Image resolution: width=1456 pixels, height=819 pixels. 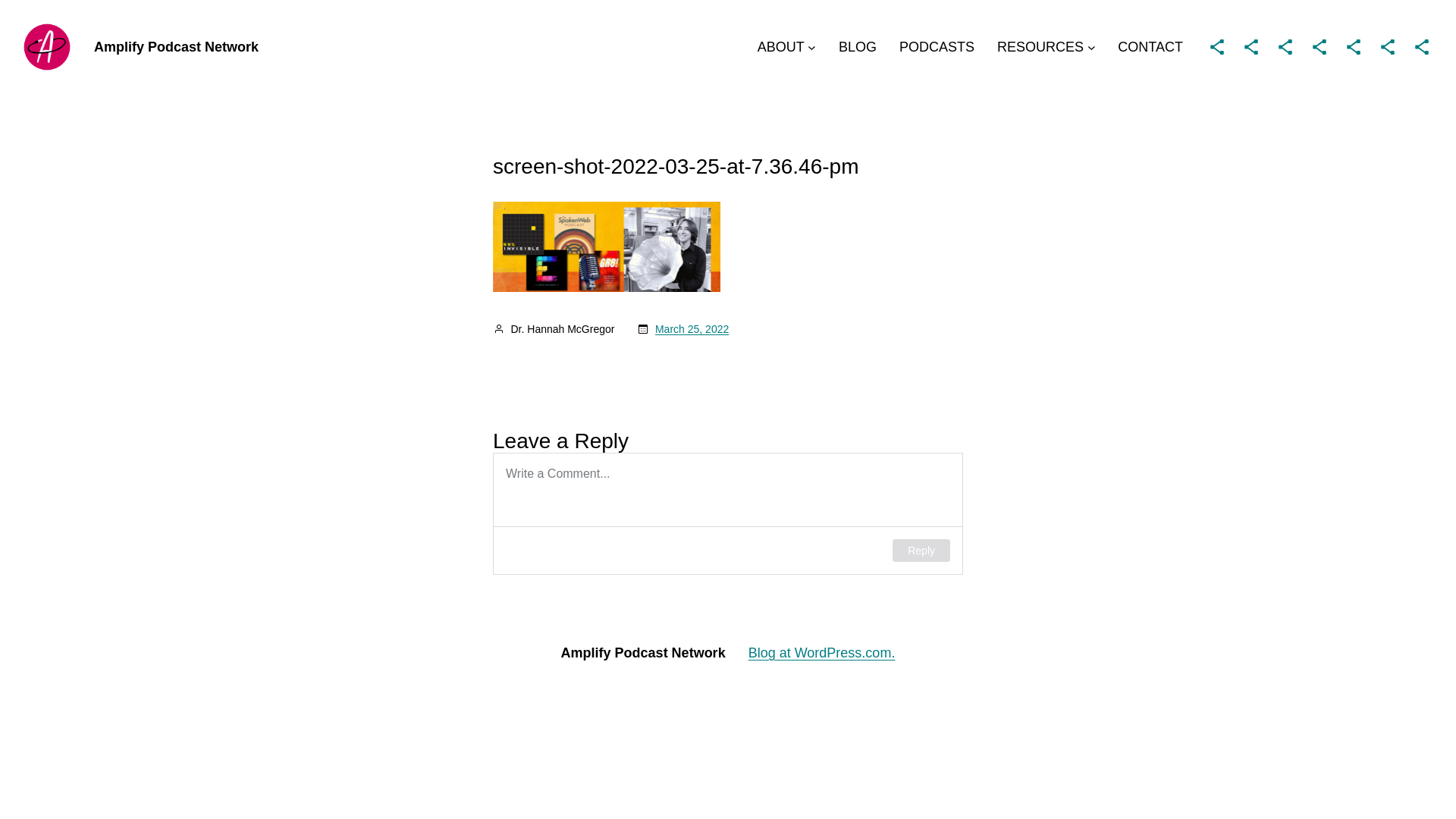 What do you see at coordinates (1150, 46) in the screenshot?
I see `'CONTACT'` at bounding box center [1150, 46].